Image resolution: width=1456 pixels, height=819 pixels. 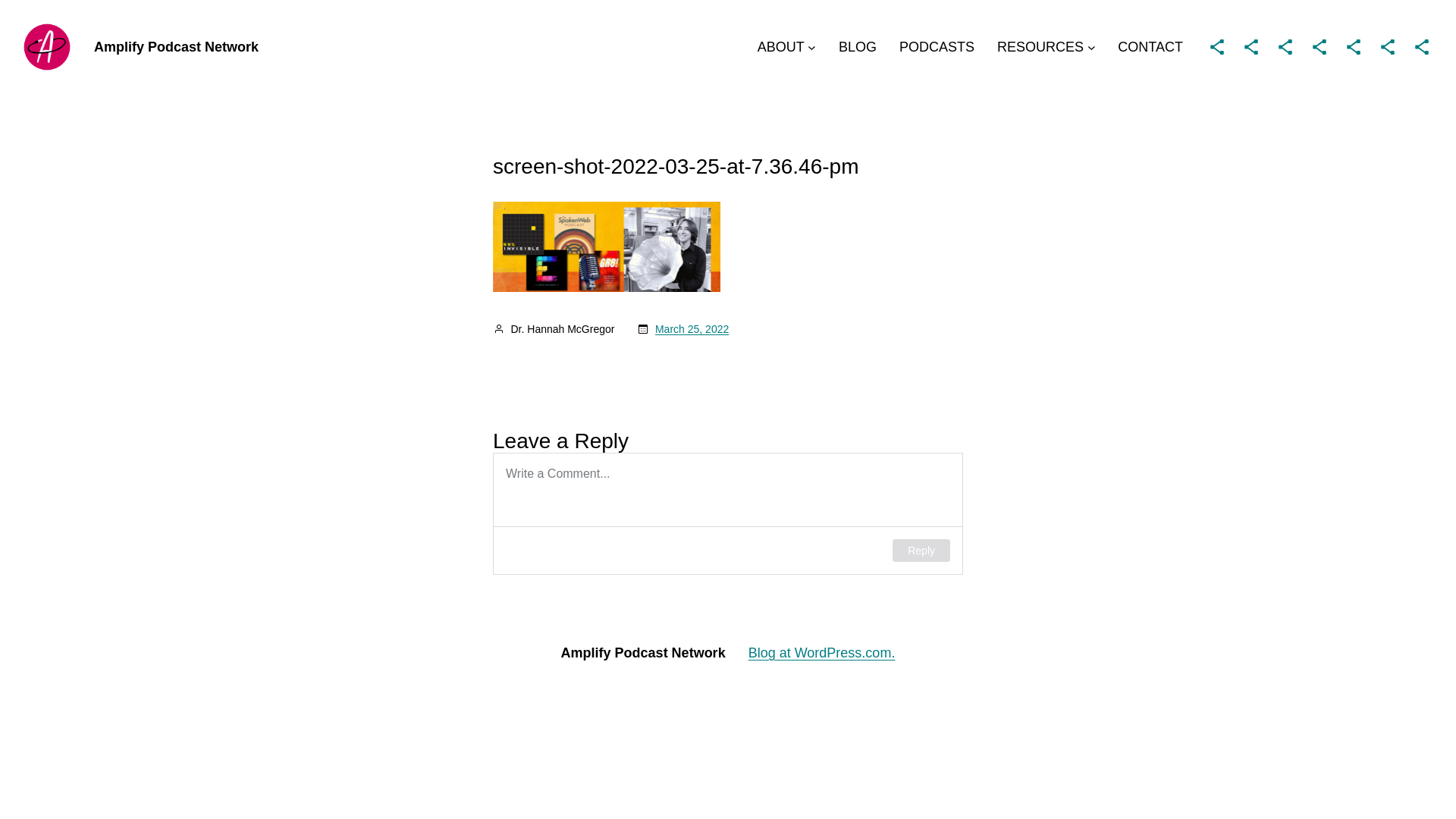 What do you see at coordinates (1150, 46) in the screenshot?
I see `'CONTACT'` at bounding box center [1150, 46].